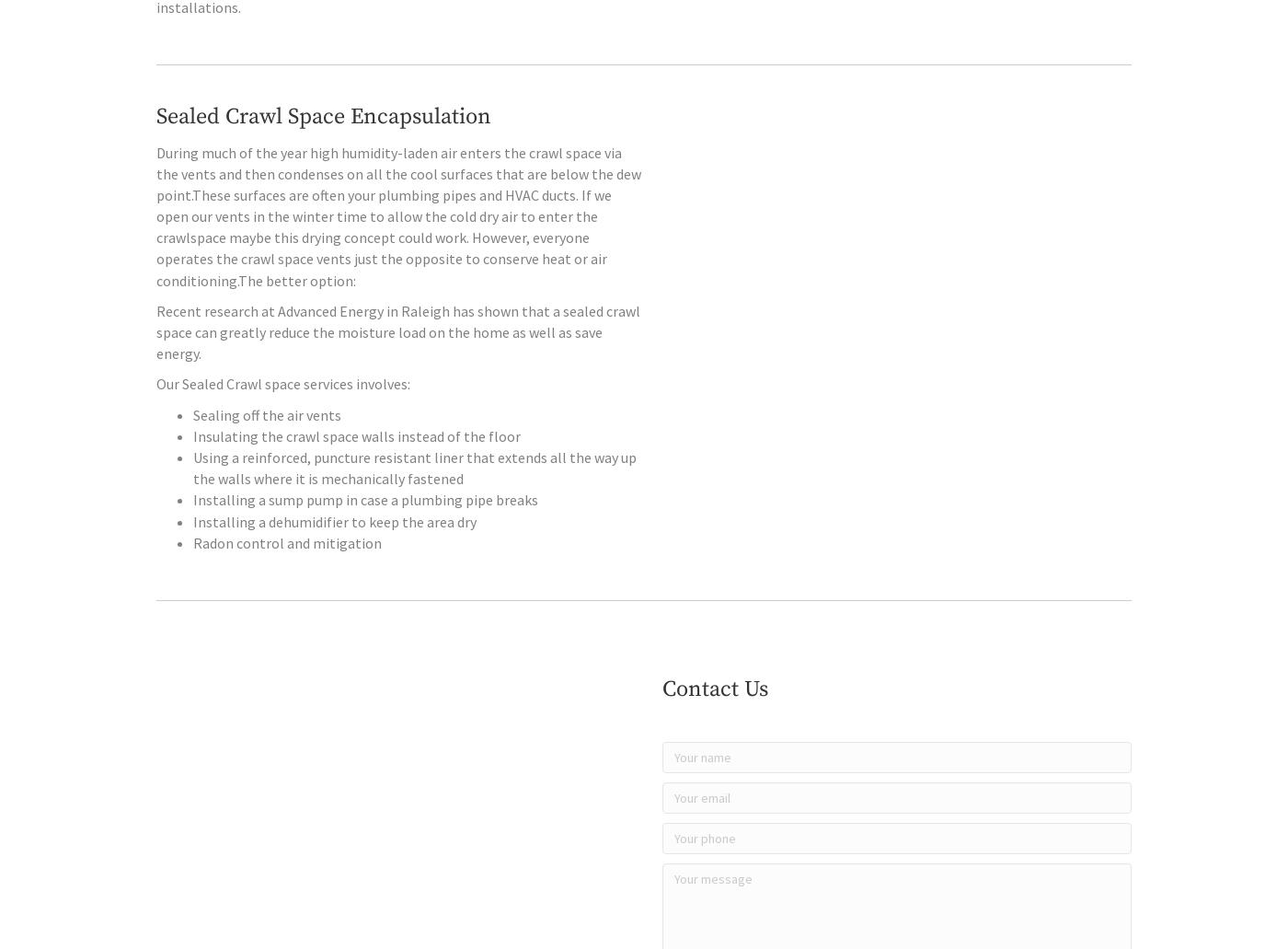 The height and width of the screenshot is (949, 1288). I want to click on 'Insulating the crawl space walls instead of the floor', so click(193, 473).